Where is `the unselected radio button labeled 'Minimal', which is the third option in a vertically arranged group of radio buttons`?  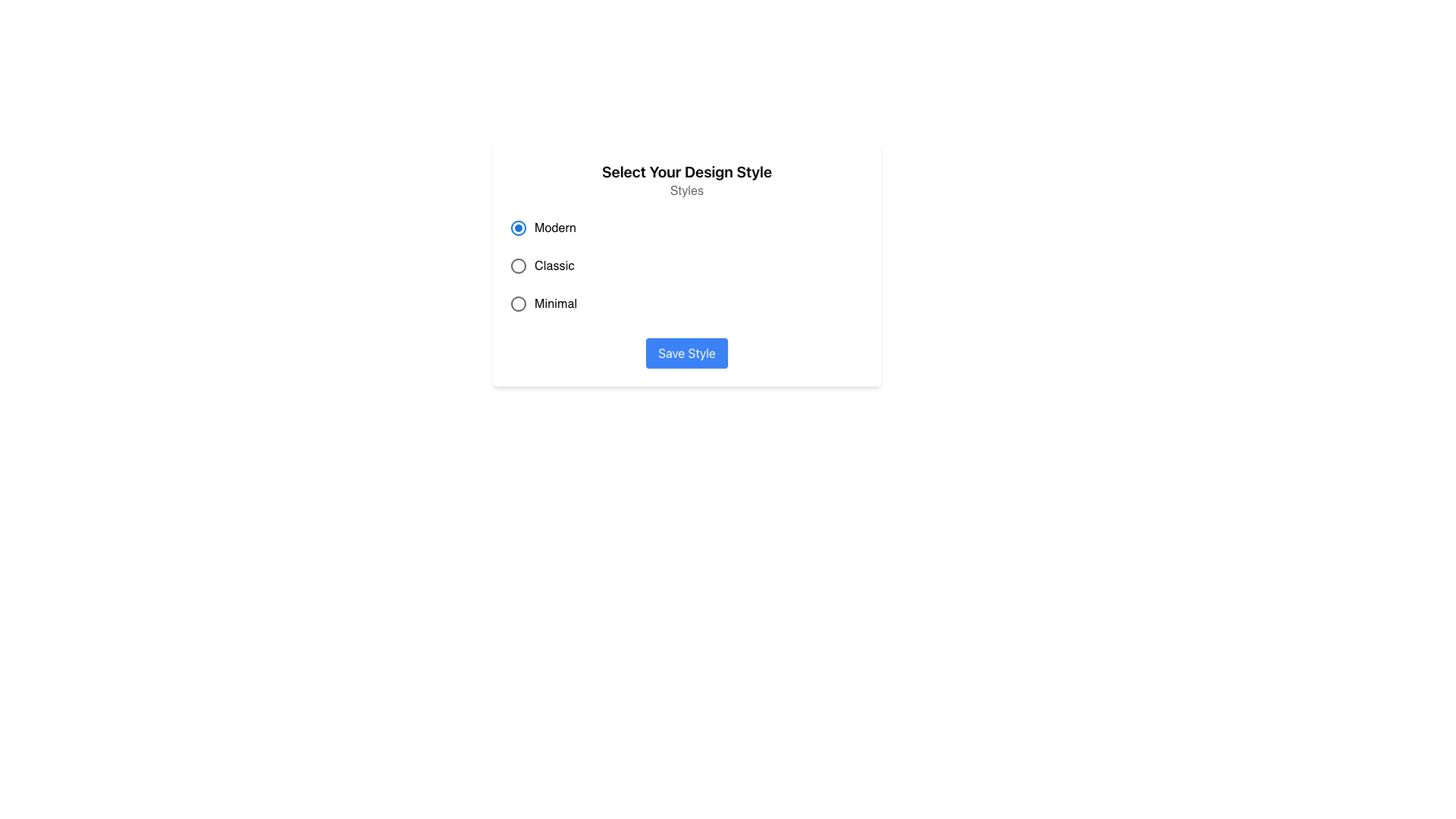
the unselected radio button labeled 'Minimal', which is the third option in a vertically arranged group of radio buttons is located at coordinates (676, 304).